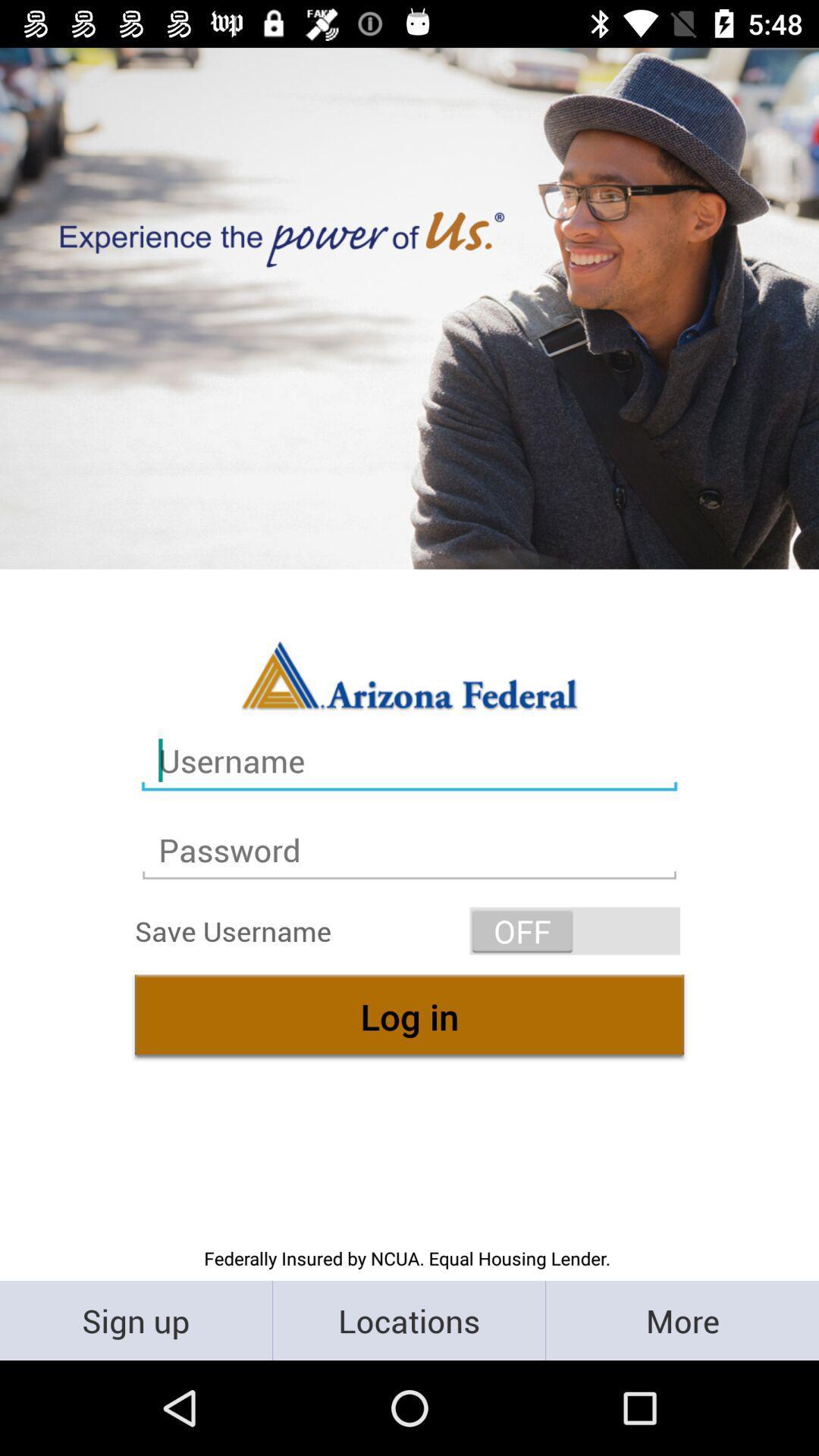  I want to click on locations icon, so click(408, 1319).